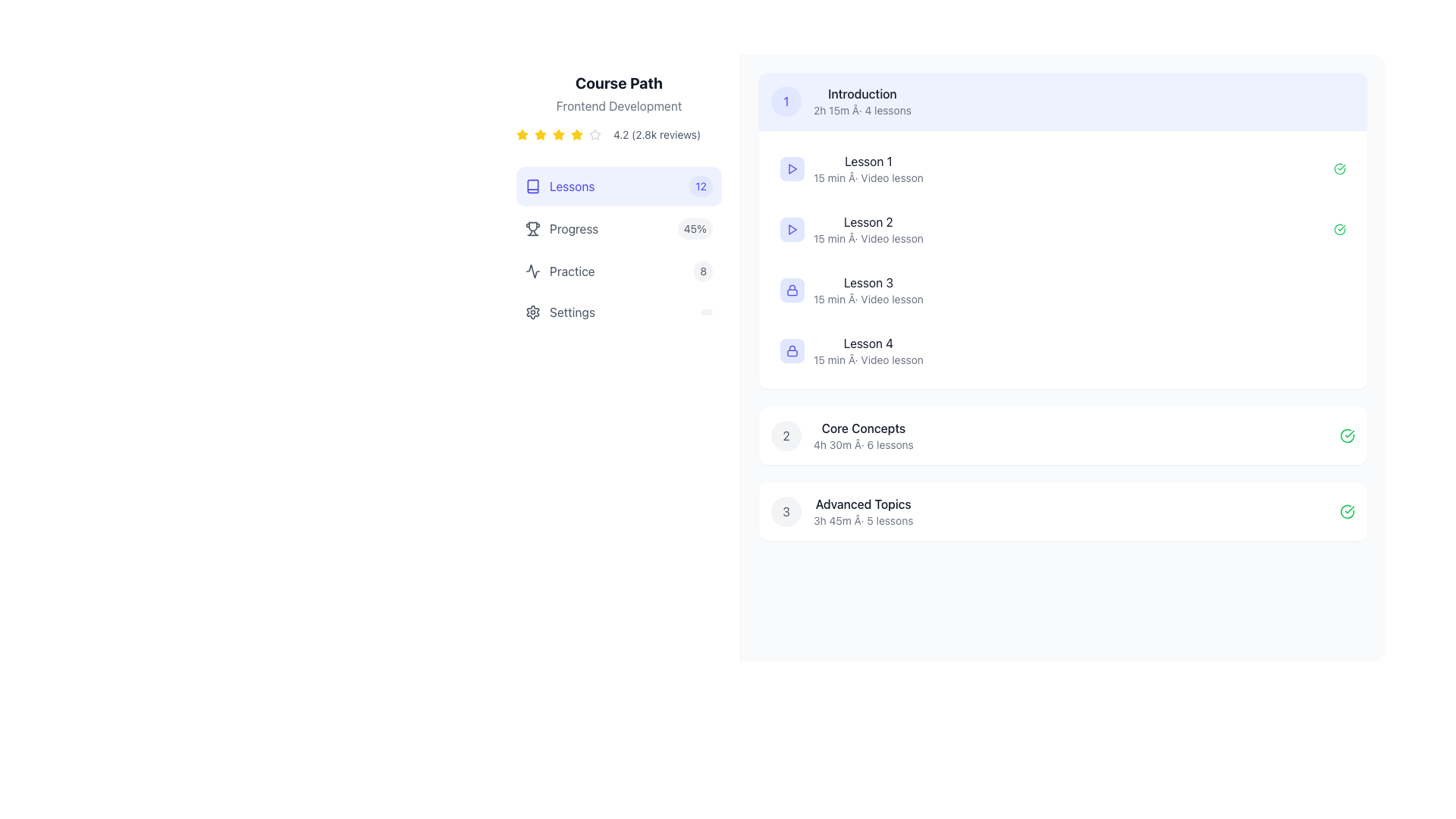 The image size is (1456, 819). What do you see at coordinates (792, 169) in the screenshot?
I see `the triangular play icon with a light indigo background that is located to the left of the text 'Lesson 1' in the 'Introduction' section` at bounding box center [792, 169].